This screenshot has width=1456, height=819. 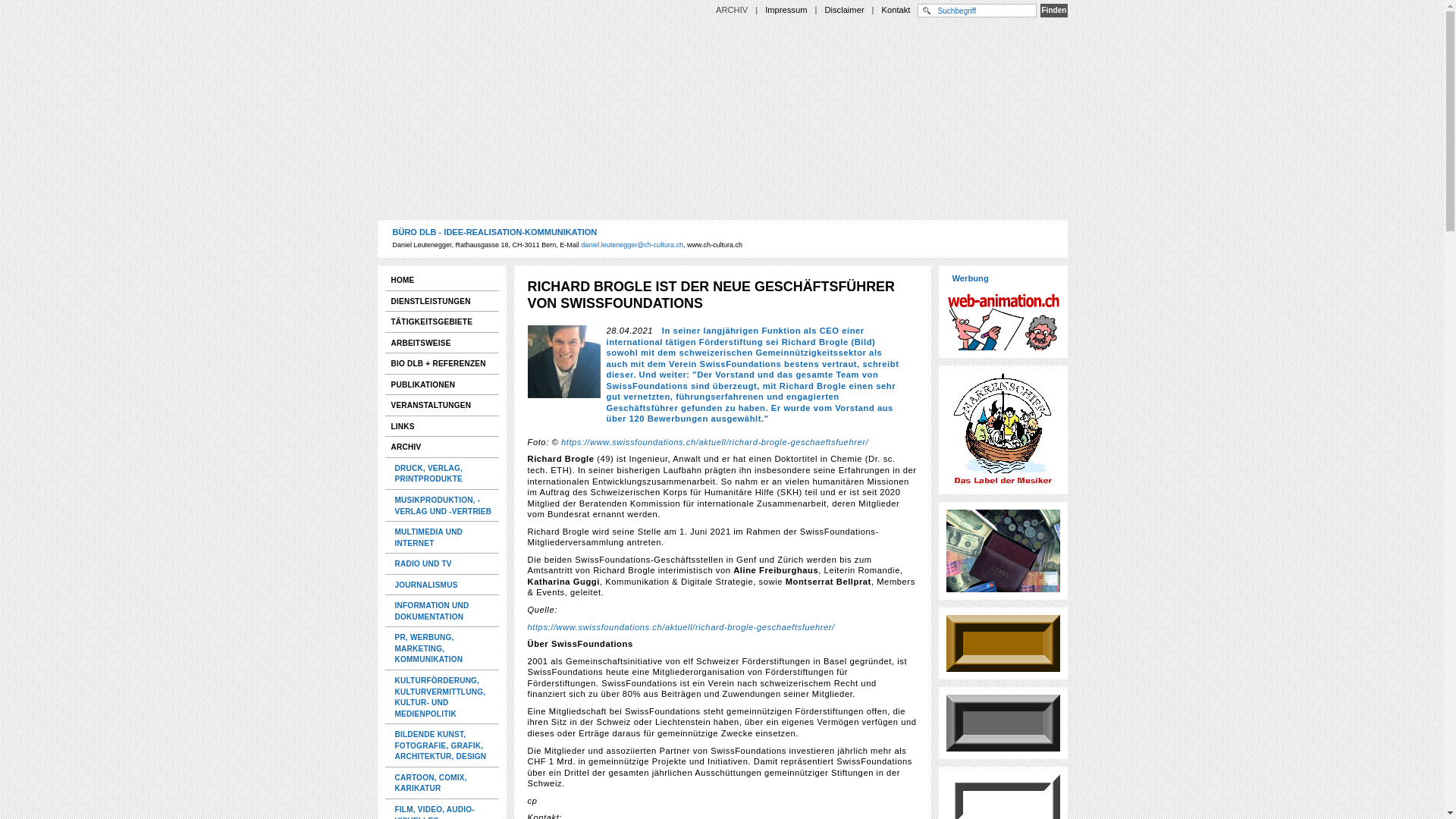 What do you see at coordinates (388, 505) in the screenshot?
I see `'MUSIKPRODUKTION, -VERLAG UND -VERTRIEB'` at bounding box center [388, 505].